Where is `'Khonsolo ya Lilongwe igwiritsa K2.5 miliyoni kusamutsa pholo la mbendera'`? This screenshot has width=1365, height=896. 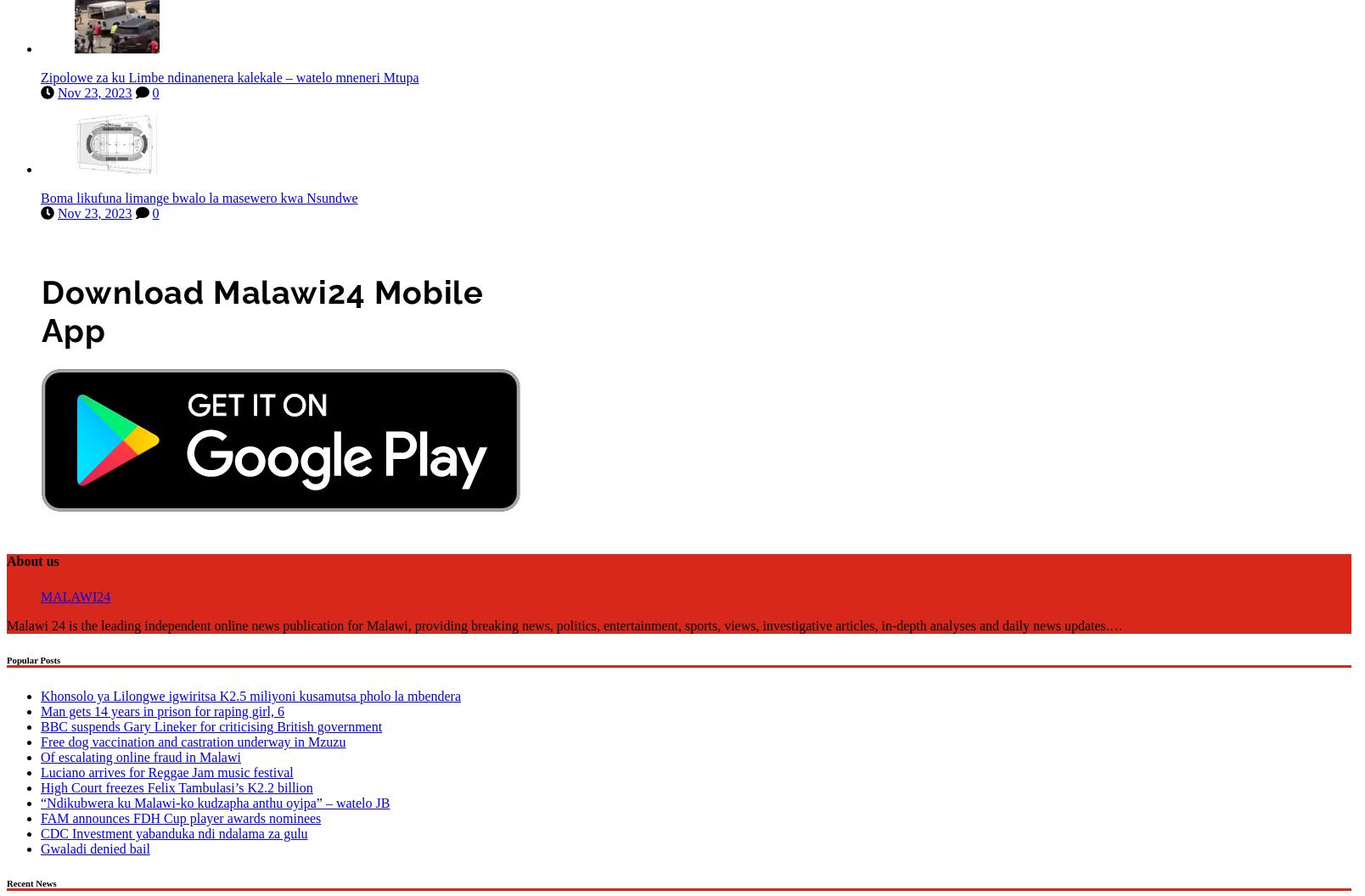
'Khonsolo ya Lilongwe igwiritsa K2.5 miliyoni kusamutsa pholo la mbendera' is located at coordinates (250, 692).